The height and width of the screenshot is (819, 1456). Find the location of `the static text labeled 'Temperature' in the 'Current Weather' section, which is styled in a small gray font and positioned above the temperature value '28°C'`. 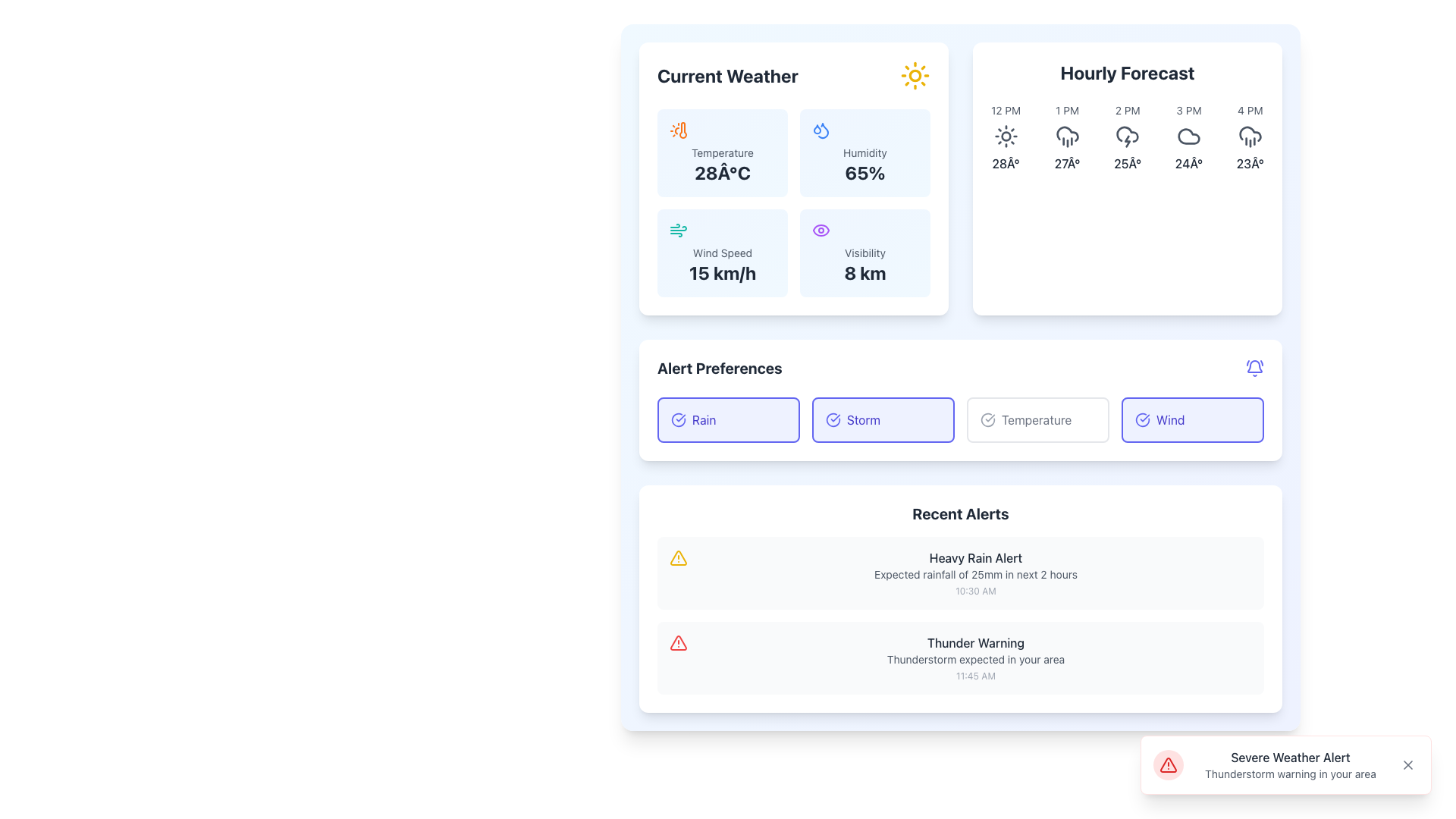

the static text labeled 'Temperature' in the 'Current Weather' section, which is styled in a small gray font and positioned above the temperature value '28°C' is located at coordinates (722, 152).